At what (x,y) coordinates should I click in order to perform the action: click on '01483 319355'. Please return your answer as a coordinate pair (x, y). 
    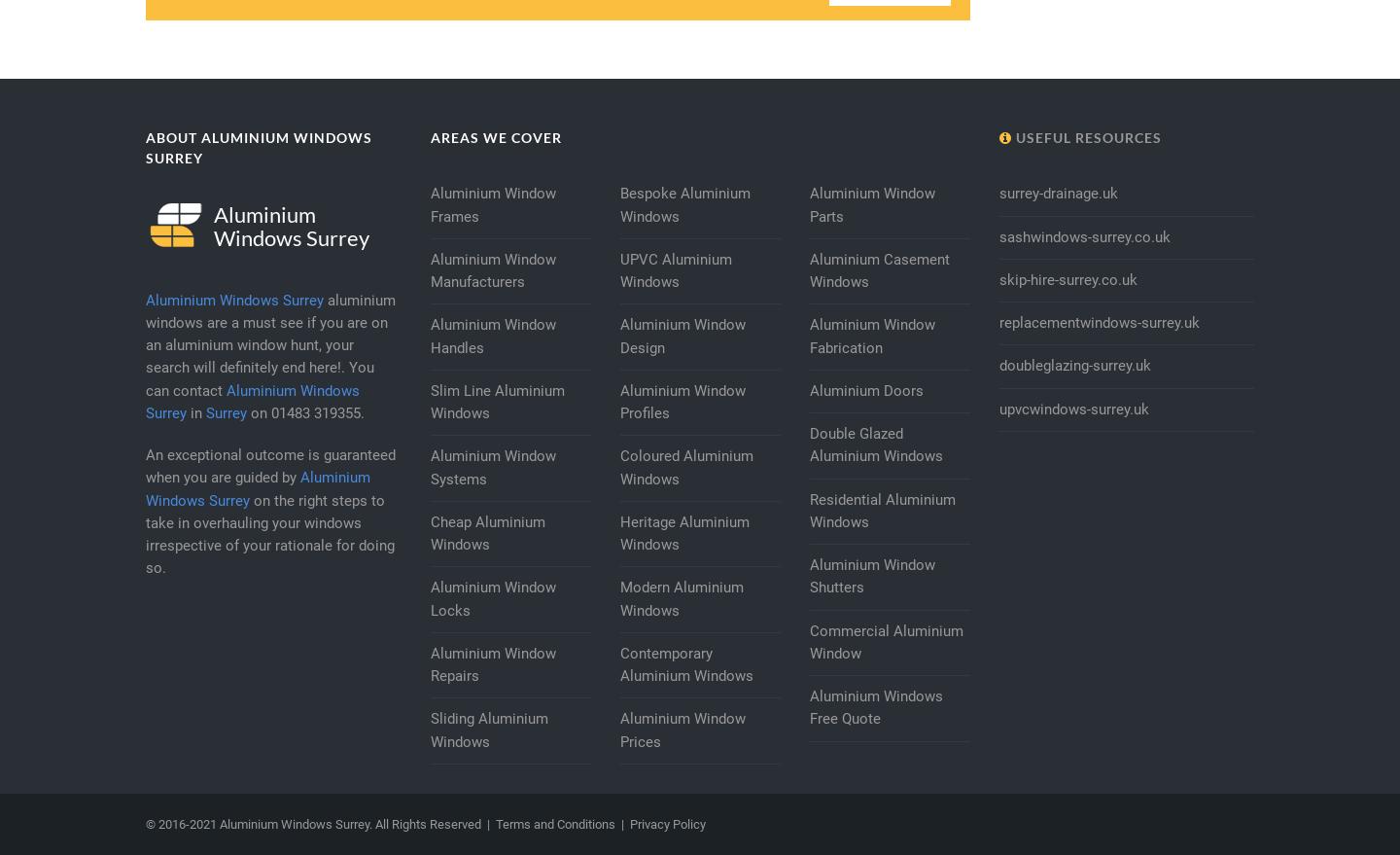
    Looking at the image, I should click on (316, 411).